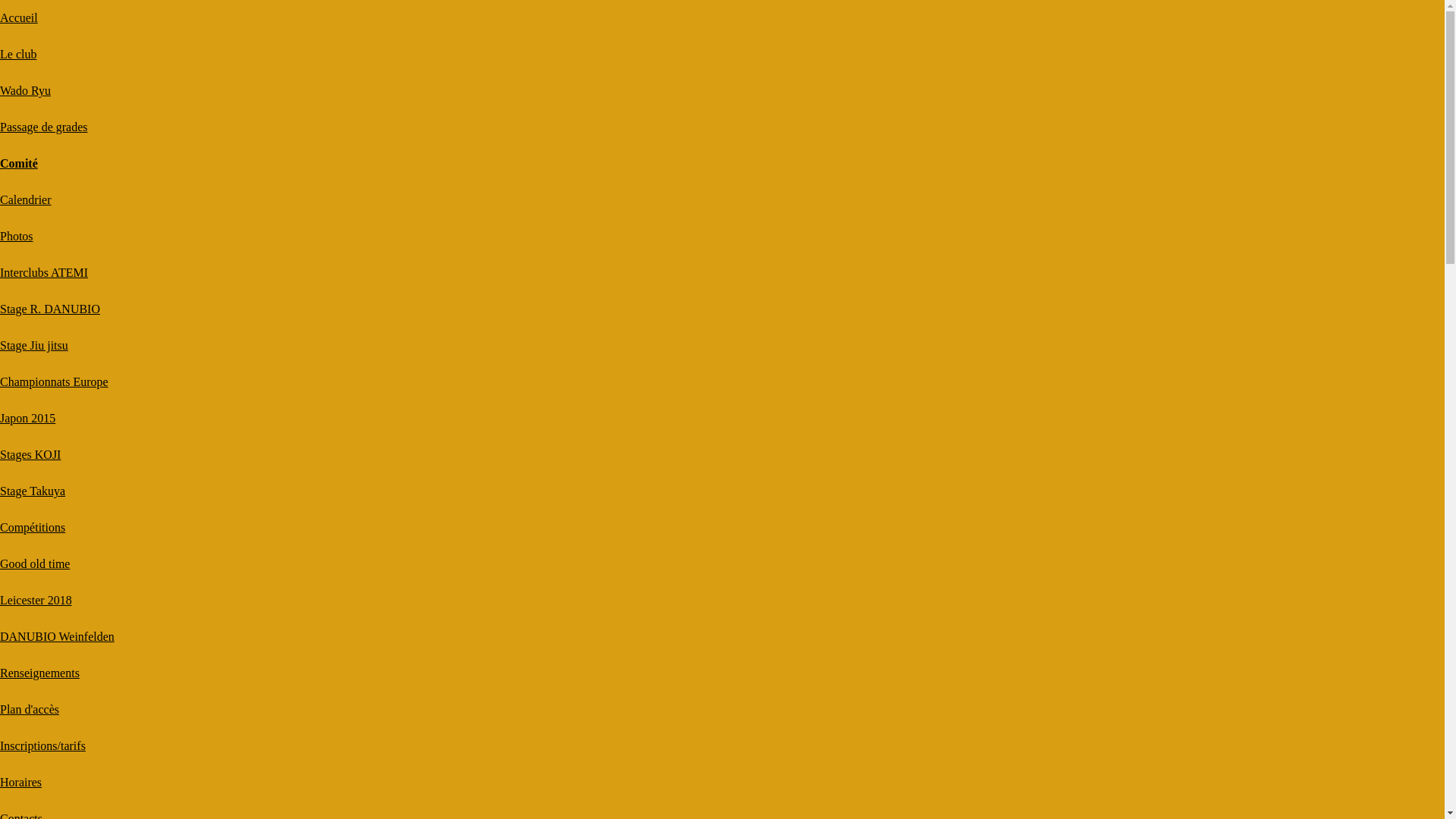 Image resolution: width=1456 pixels, height=819 pixels. I want to click on 'Stage R. DANUBIO', so click(50, 308).